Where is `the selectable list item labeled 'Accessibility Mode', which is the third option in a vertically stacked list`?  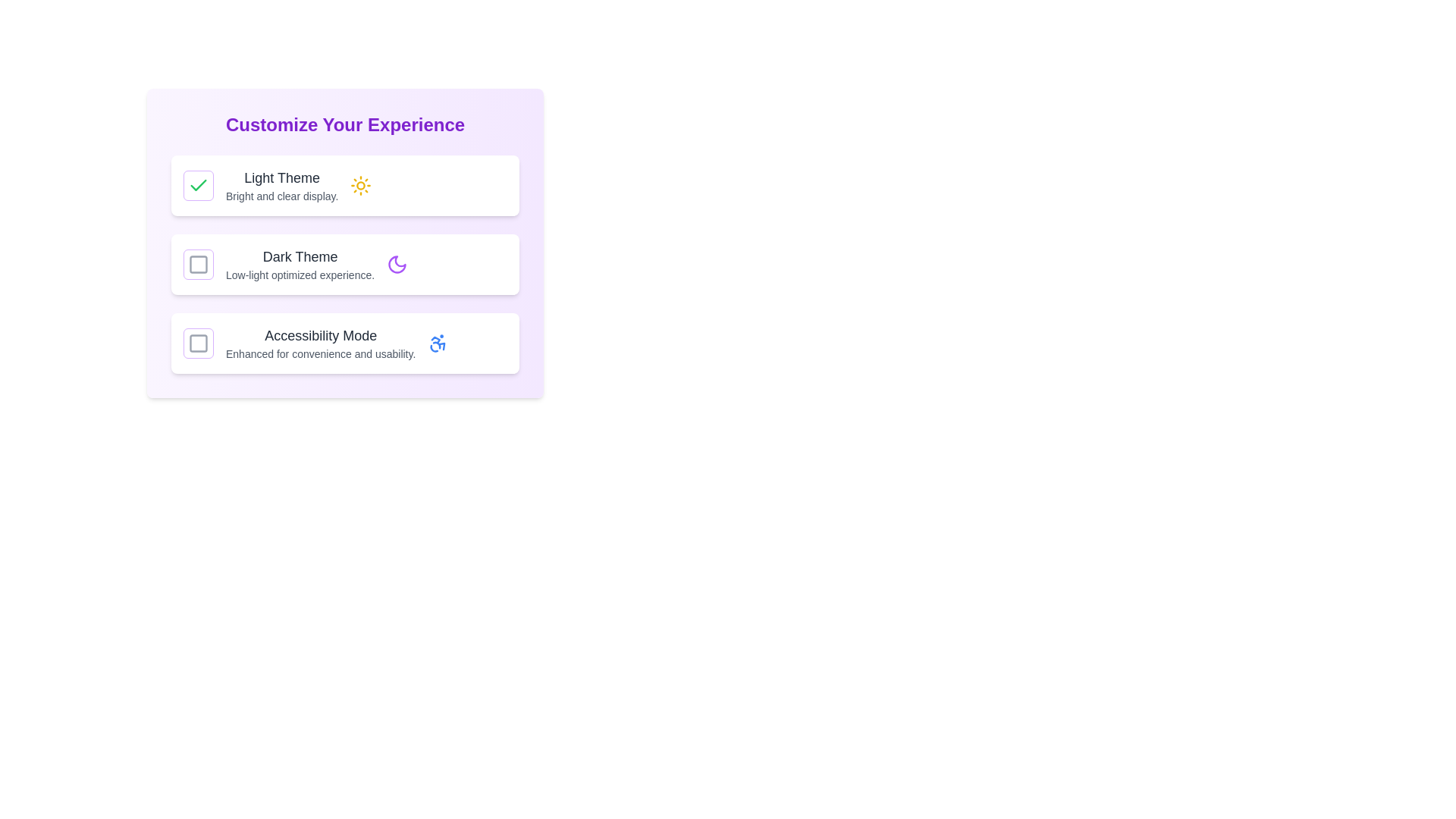 the selectable list item labeled 'Accessibility Mode', which is the third option in a vertically stacked list is located at coordinates (344, 343).